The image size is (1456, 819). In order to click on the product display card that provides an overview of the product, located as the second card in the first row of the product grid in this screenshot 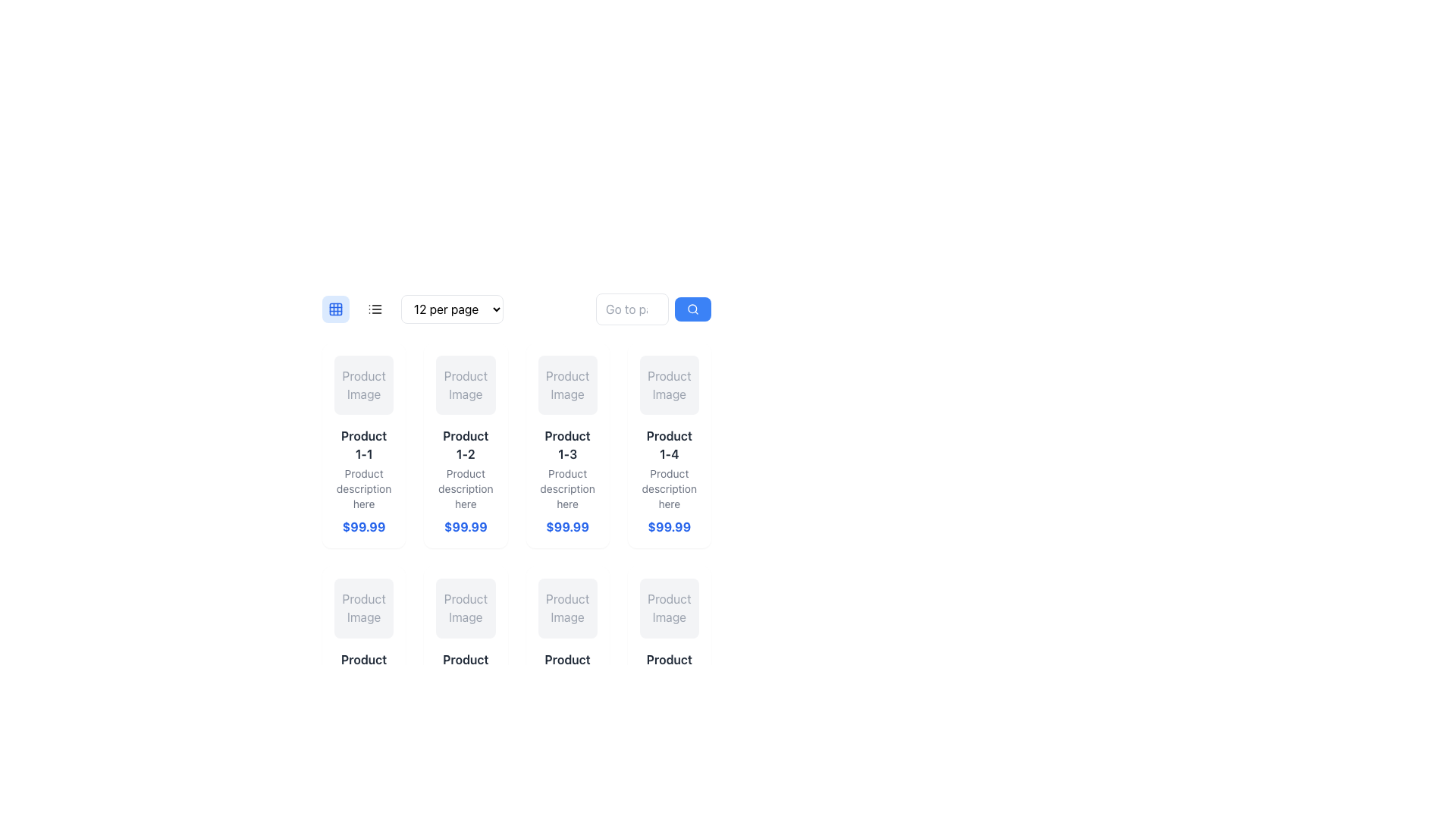, I will do `click(465, 445)`.